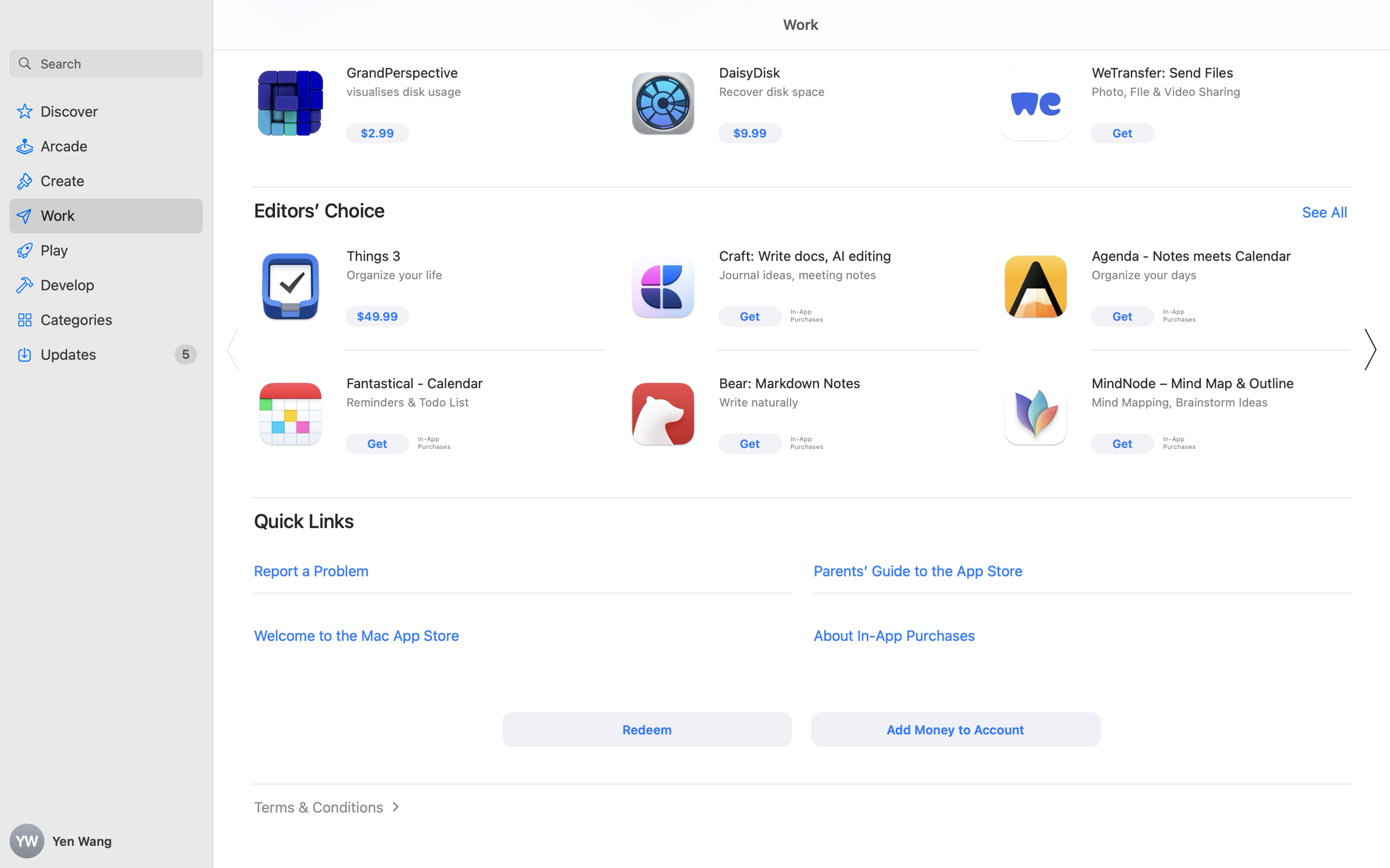 The image size is (1390, 868). Describe the element at coordinates (319, 210) in the screenshot. I see `'Editors’ Choice'` at that location.